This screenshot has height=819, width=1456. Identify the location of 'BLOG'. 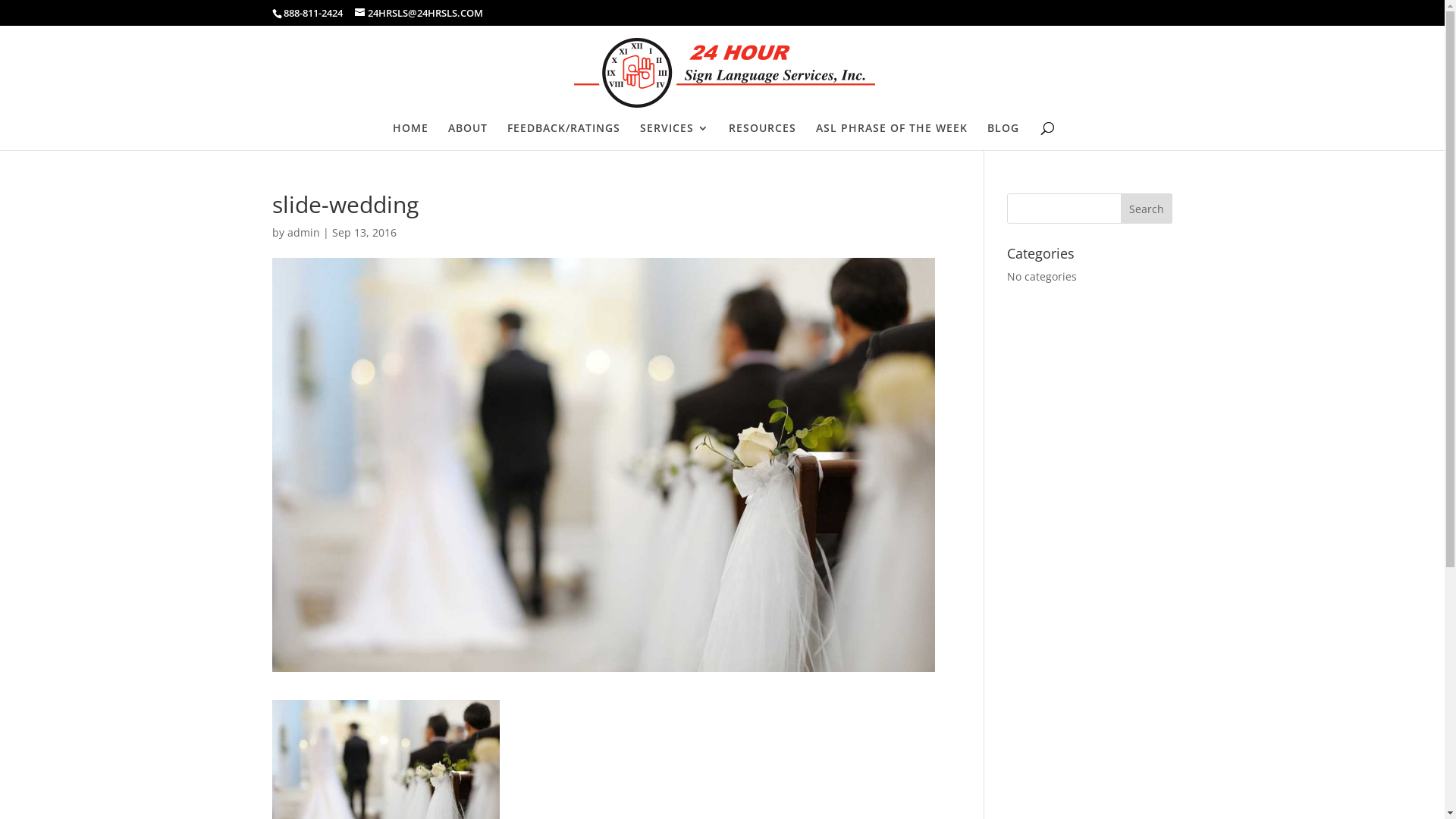
(1003, 136).